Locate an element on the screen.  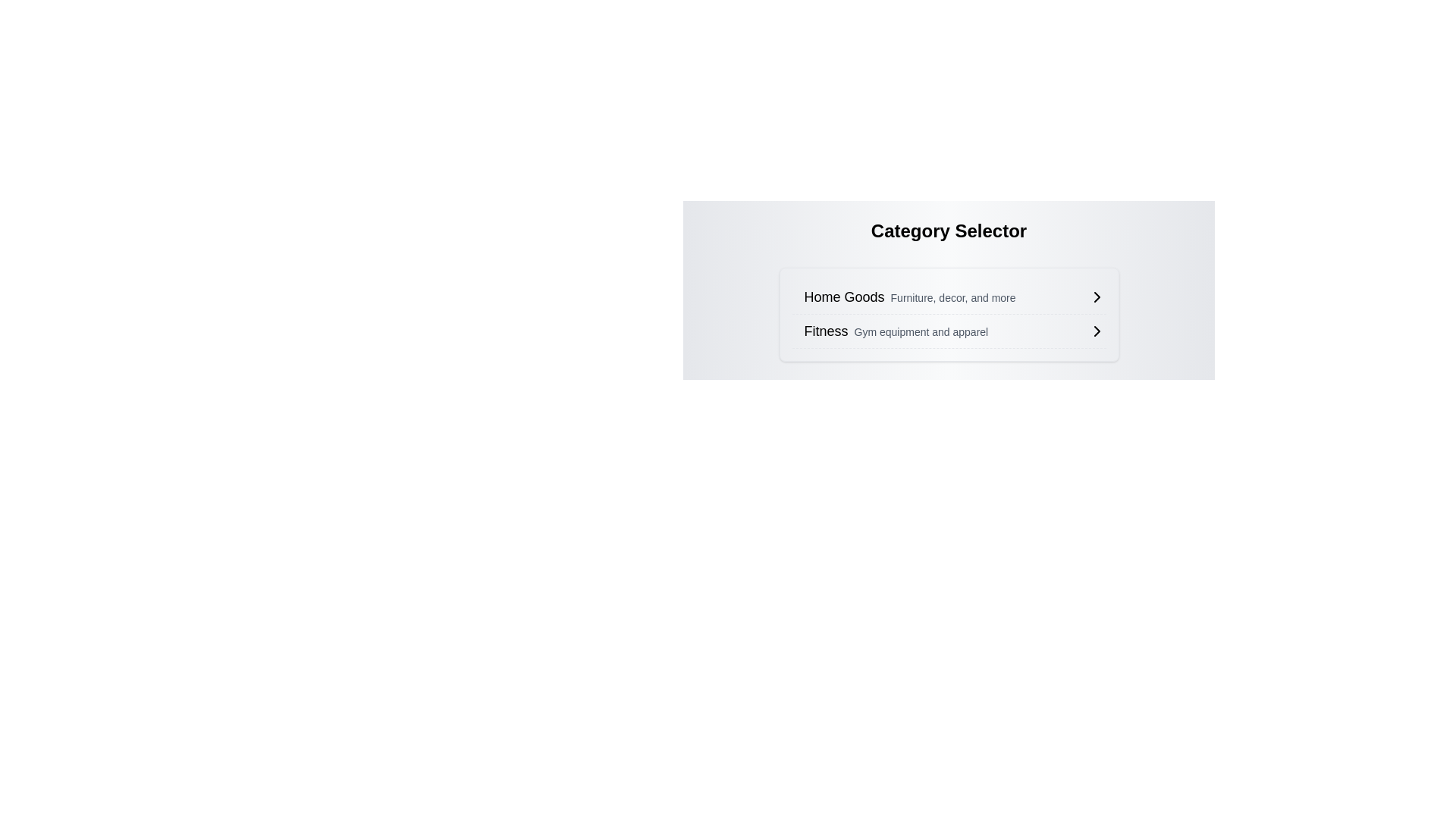
the chevron icon located on the right side of the 'Fitness' row, next to the text 'Gym equipment and apparel', to proceed to further details is located at coordinates (1097, 330).